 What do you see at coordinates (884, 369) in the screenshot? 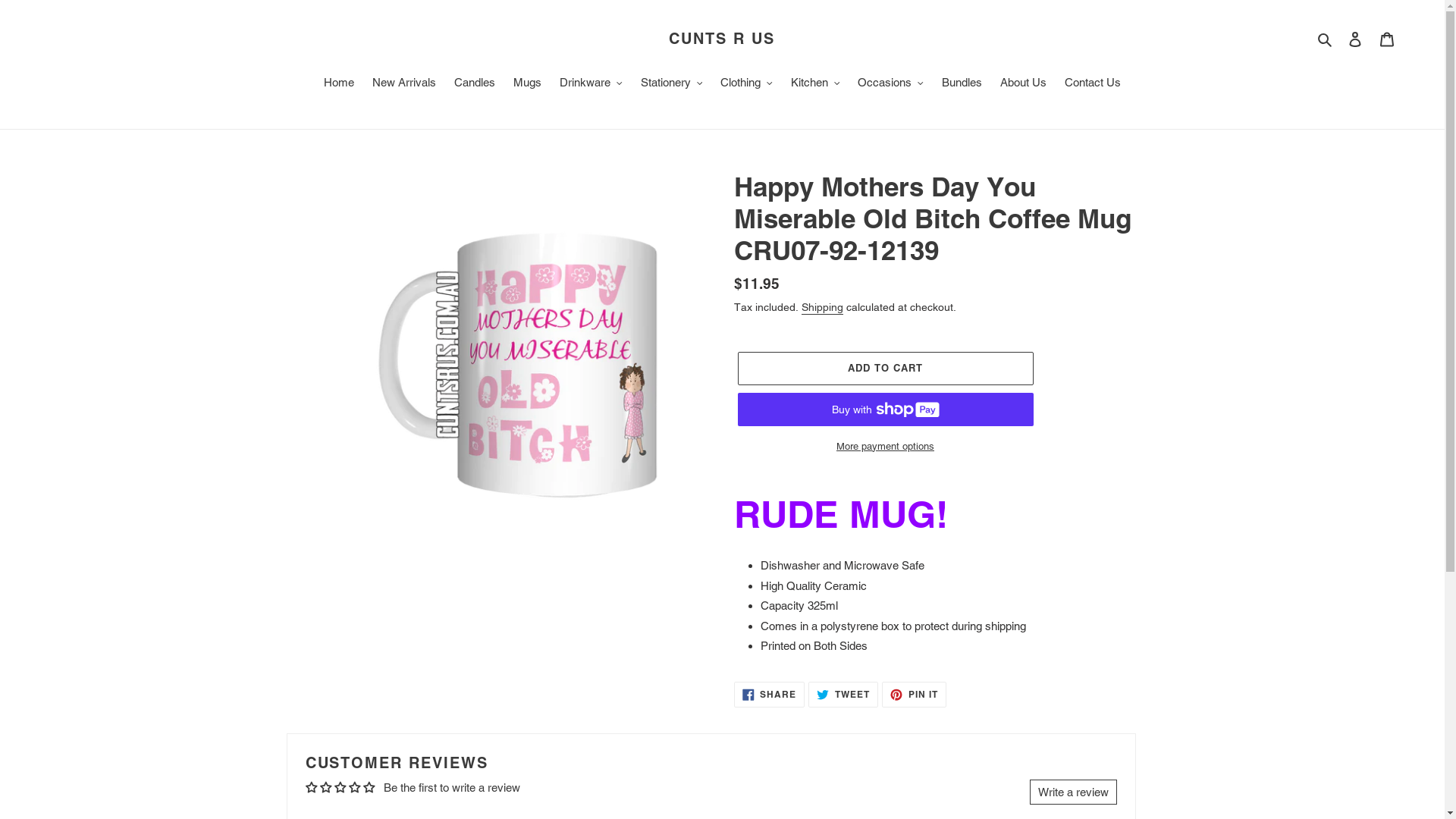
I see `'ADD TO CART'` at bounding box center [884, 369].